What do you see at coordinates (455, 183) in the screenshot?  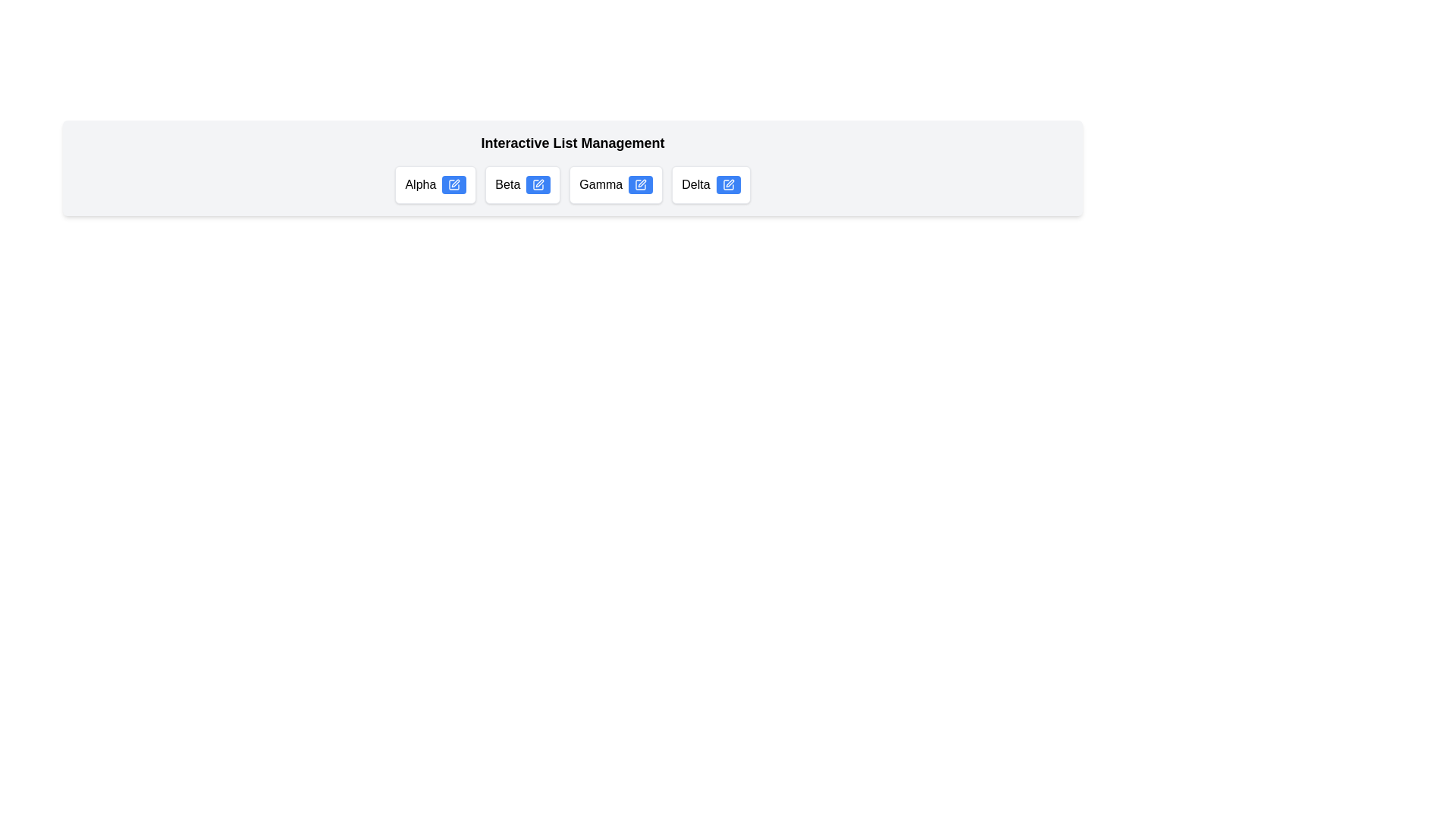 I see `the edit icon on the right side of the 'Alpha' button to initiate editing of the 'Alpha' entry` at bounding box center [455, 183].